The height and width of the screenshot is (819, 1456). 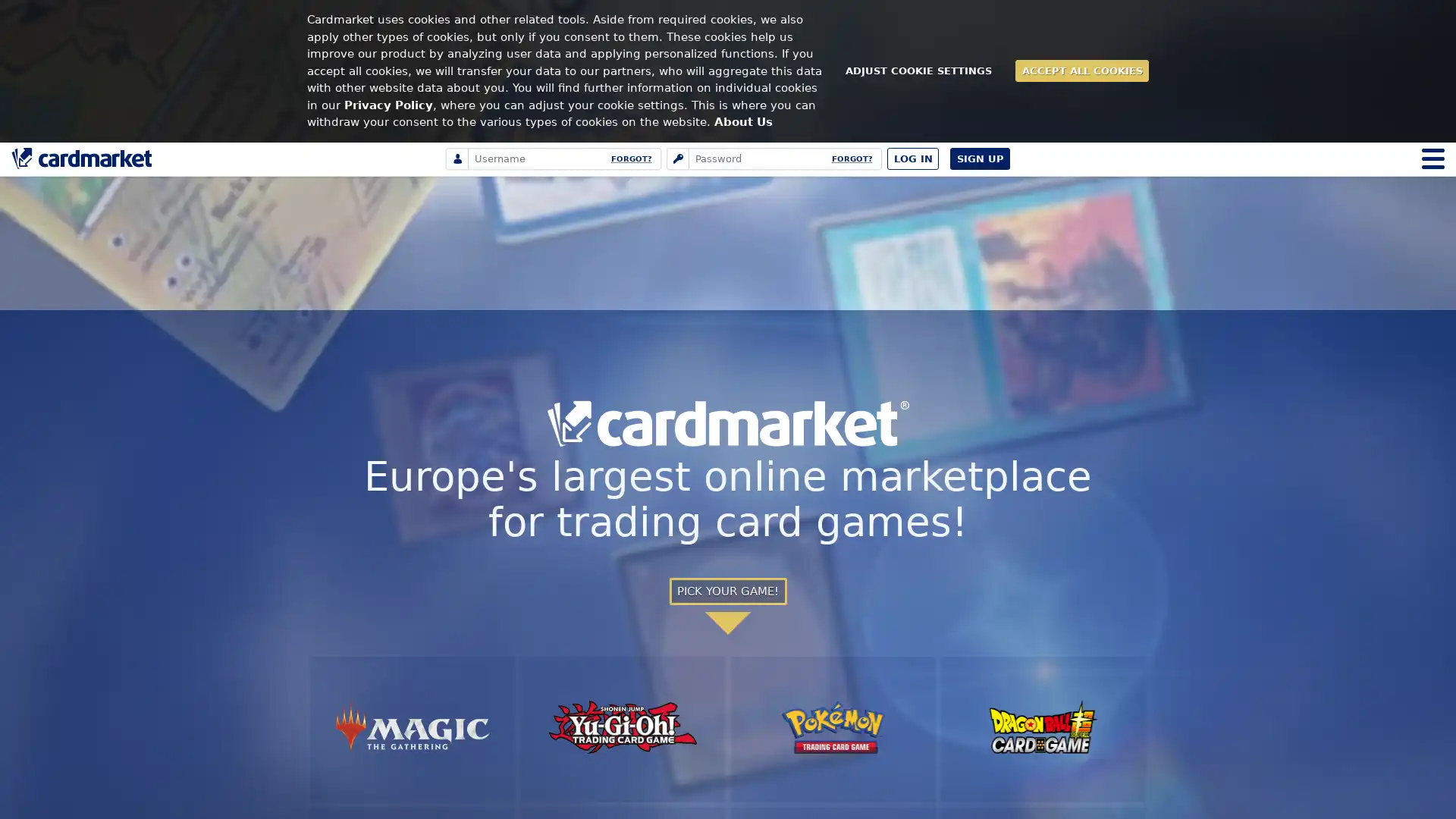 I want to click on Toggle navigation, so click(x=1432, y=158).